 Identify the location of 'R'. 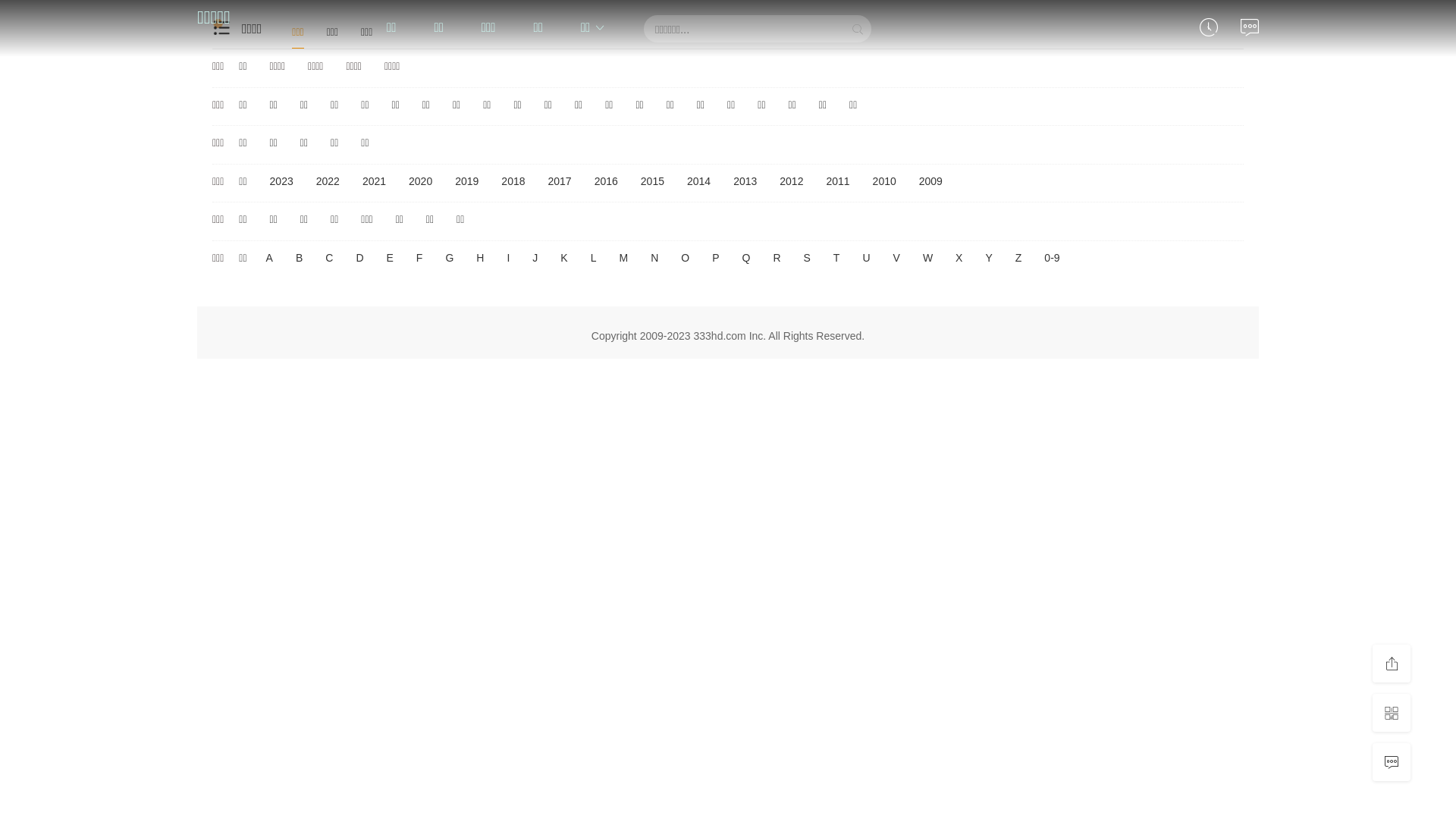
(776, 257).